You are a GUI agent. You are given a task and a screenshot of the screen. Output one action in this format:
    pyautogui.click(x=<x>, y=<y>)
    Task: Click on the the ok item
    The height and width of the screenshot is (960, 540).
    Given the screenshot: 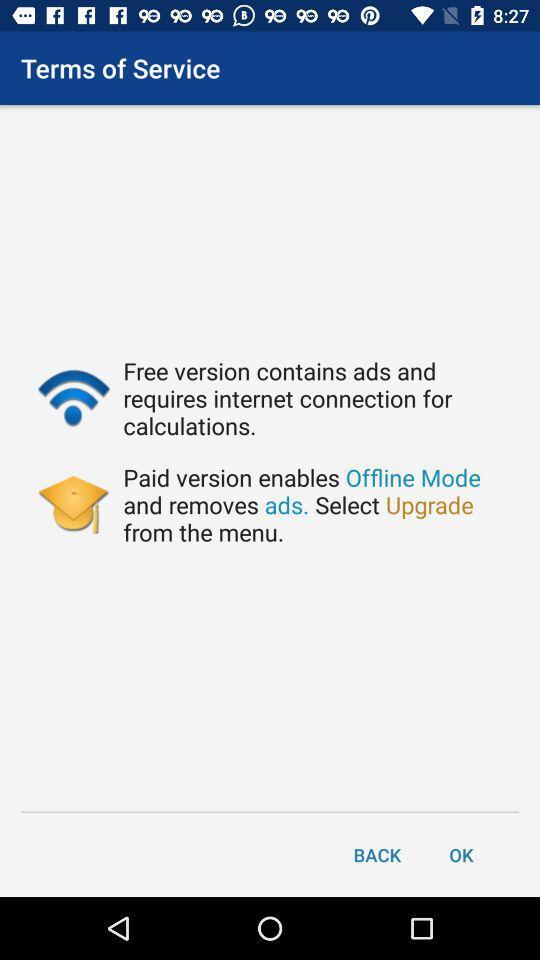 What is the action you would take?
    pyautogui.click(x=461, y=853)
    